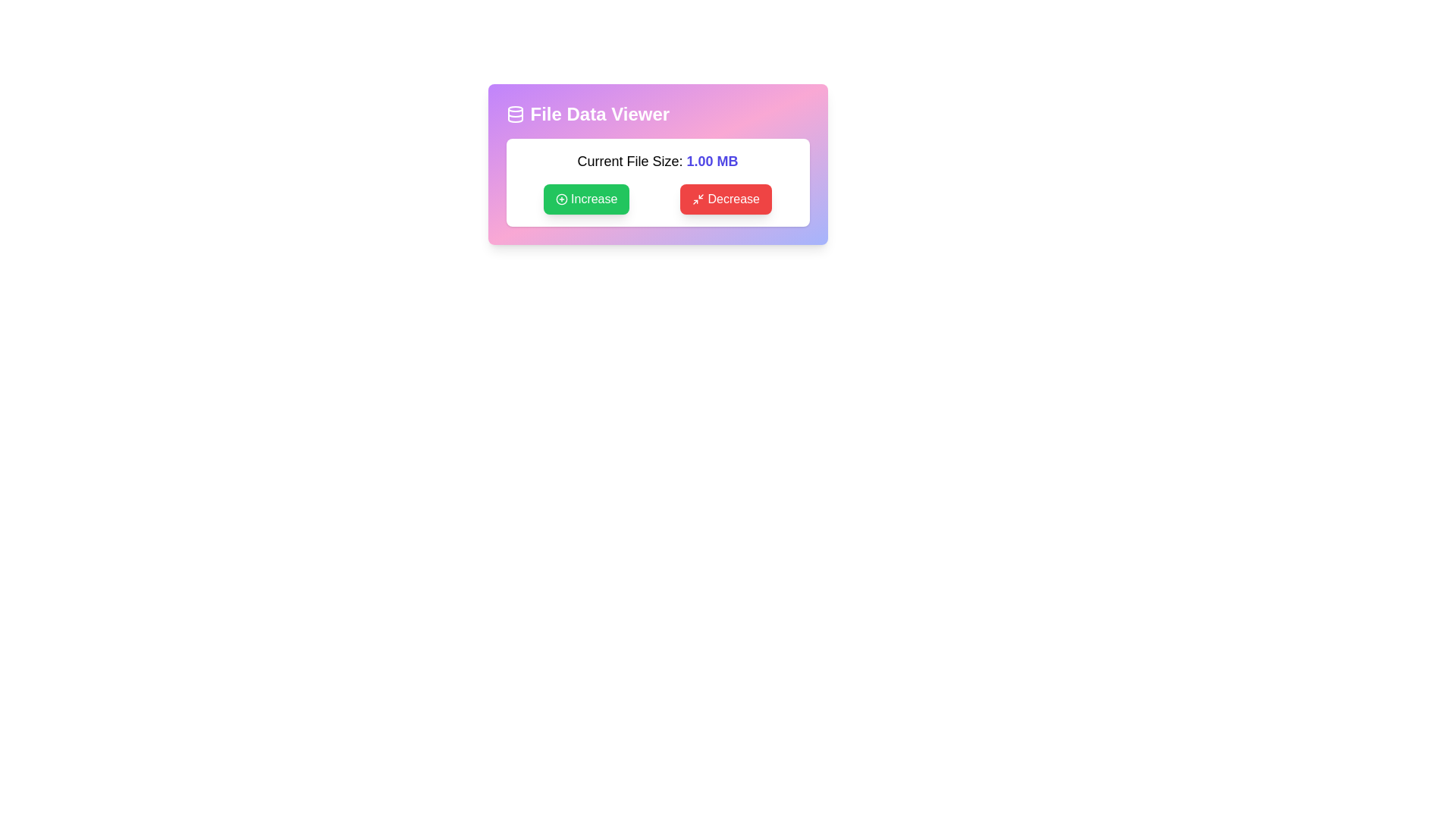 Image resolution: width=1456 pixels, height=819 pixels. Describe the element at coordinates (561, 198) in the screenshot. I see `the design contribution of the SVG Circle Graphic within the 'Increase' button, which is located on the left side below 'Current File Size: 1.00 MB'` at that location.